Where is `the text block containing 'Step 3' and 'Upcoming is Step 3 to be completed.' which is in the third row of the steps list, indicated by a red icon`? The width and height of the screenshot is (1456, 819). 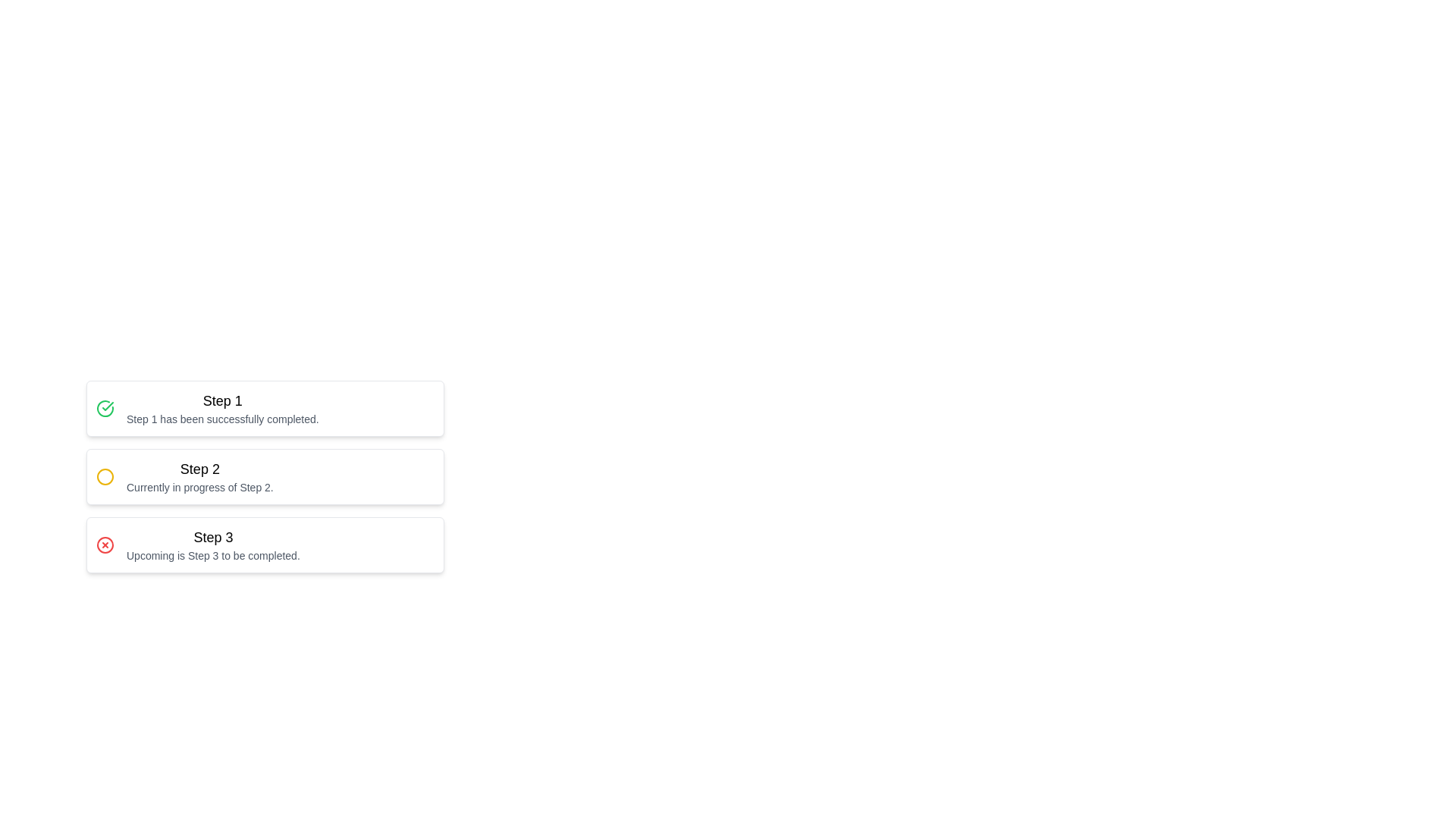
the text block containing 'Step 3' and 'Upcoming is Step 3 to be completed.' which is in the third row of the steps list, indicated by a red icon is located at coordinates (212, 544).